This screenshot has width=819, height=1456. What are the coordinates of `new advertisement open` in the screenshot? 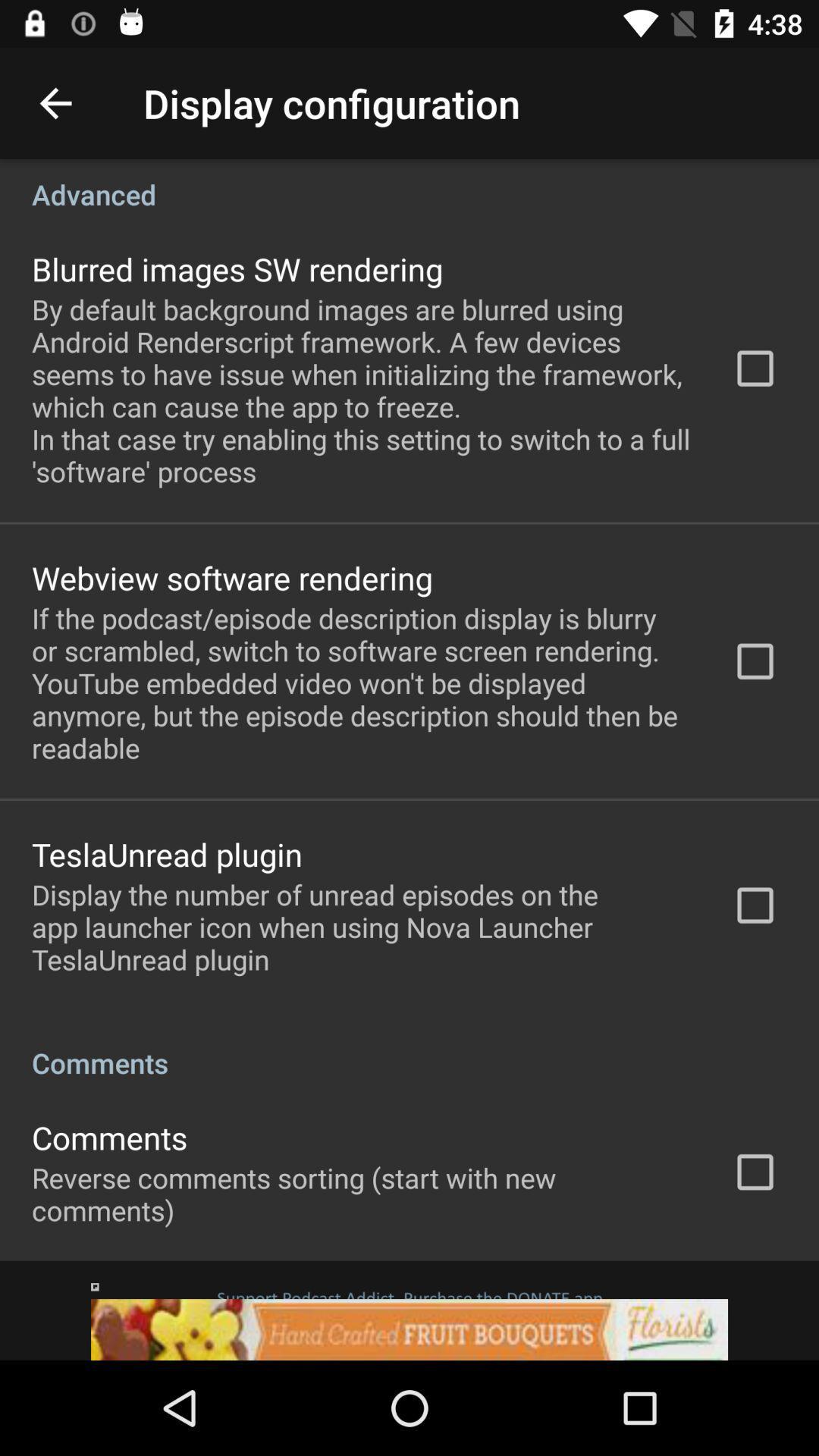 It's located at (409, 1310).